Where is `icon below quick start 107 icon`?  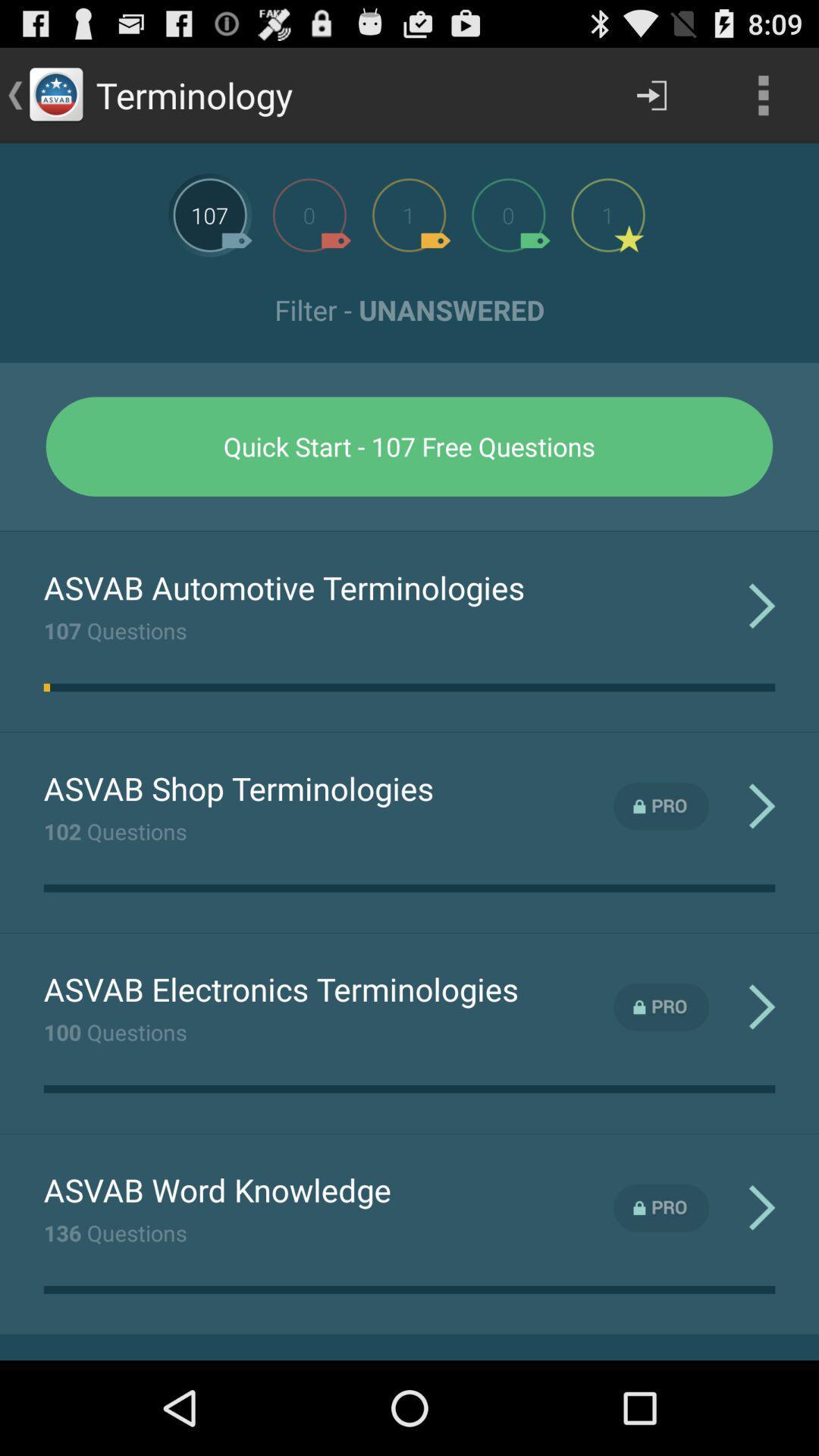
icon below quick start 107 icon is located at coordinates (409, 531).